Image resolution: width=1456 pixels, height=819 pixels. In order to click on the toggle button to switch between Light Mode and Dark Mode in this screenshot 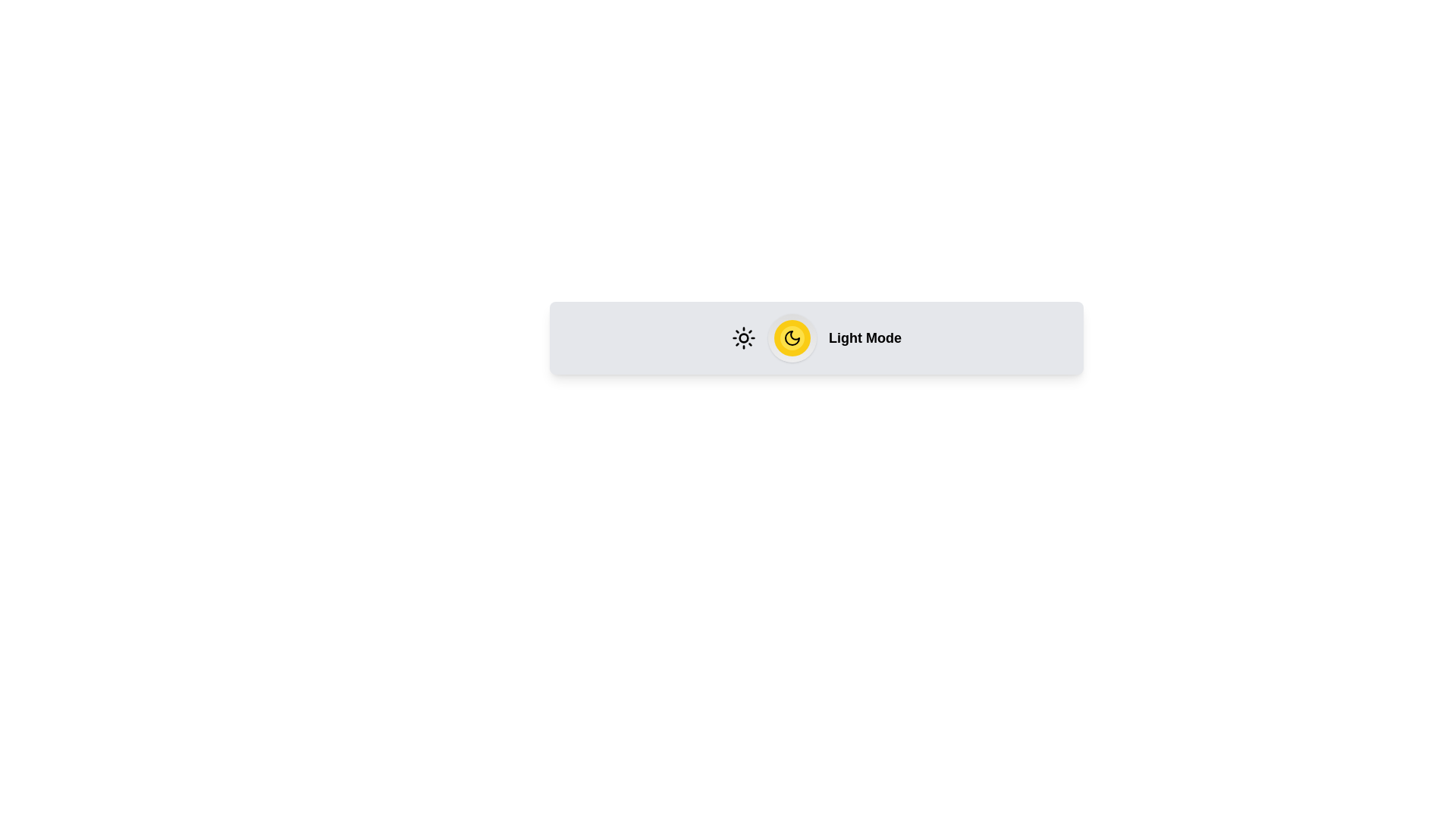, I will do `click(792, 337)`.